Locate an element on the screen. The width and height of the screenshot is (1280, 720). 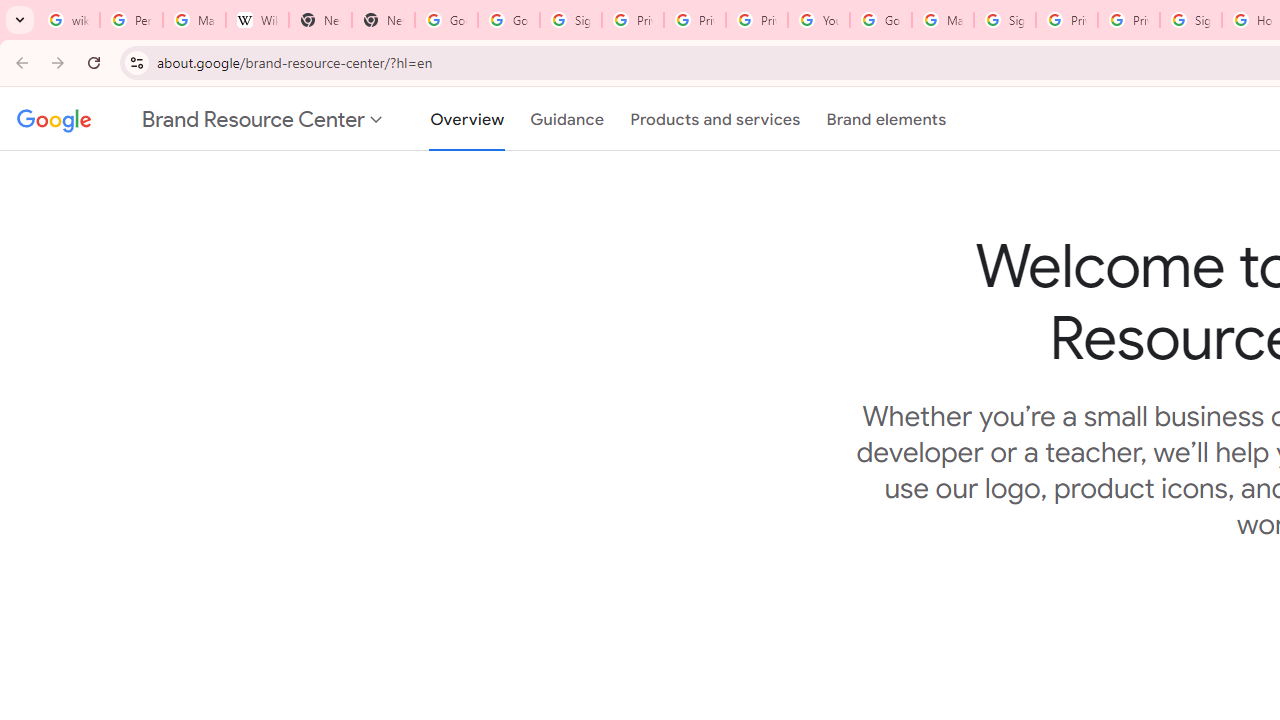
'Reload' is located at coordinates (93, 61).